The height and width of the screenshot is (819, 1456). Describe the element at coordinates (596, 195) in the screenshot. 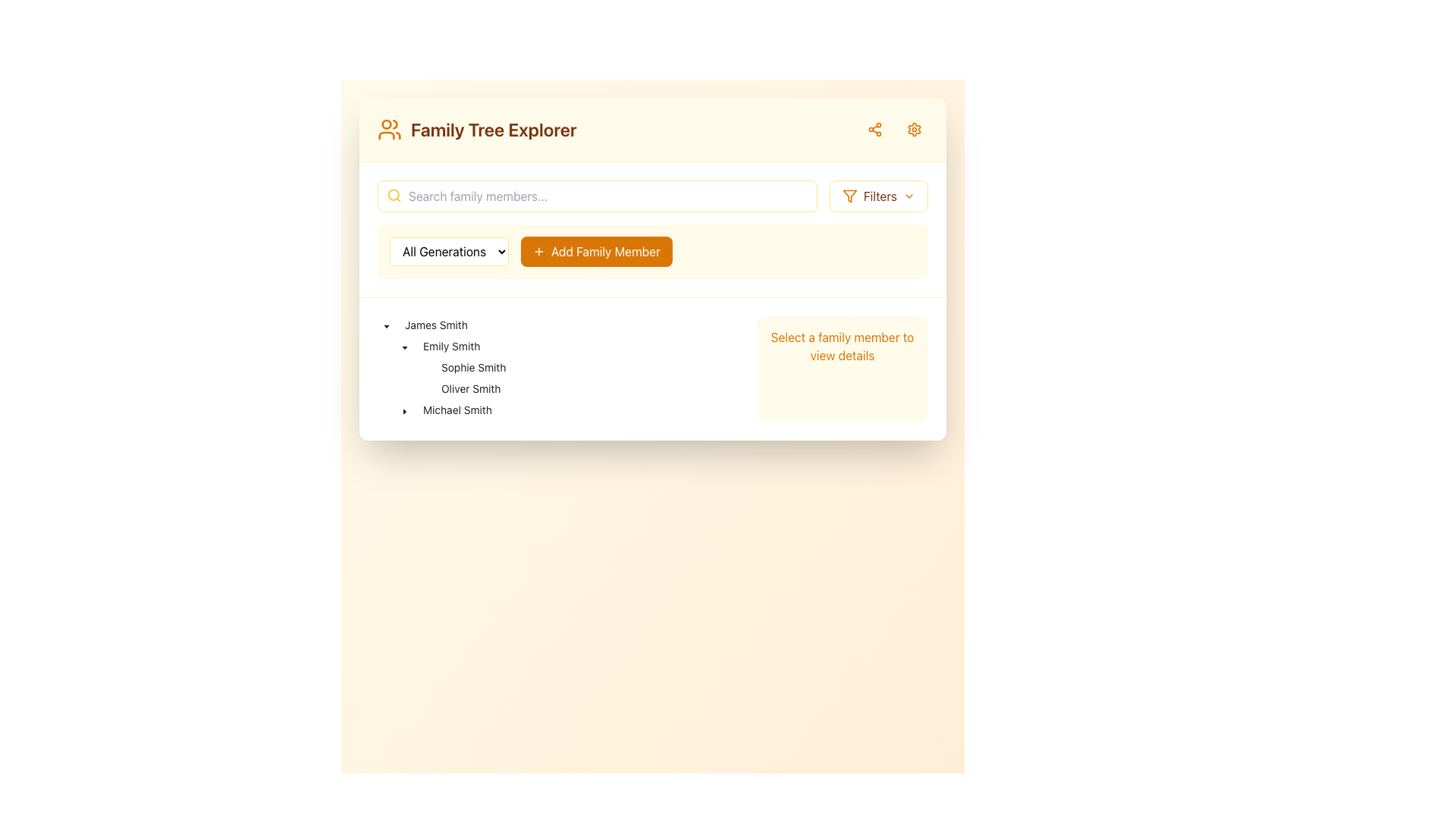

I see `the main search bar located in the top section of the interface, to the left of the 'Filters' button, to focus on it` at that location.